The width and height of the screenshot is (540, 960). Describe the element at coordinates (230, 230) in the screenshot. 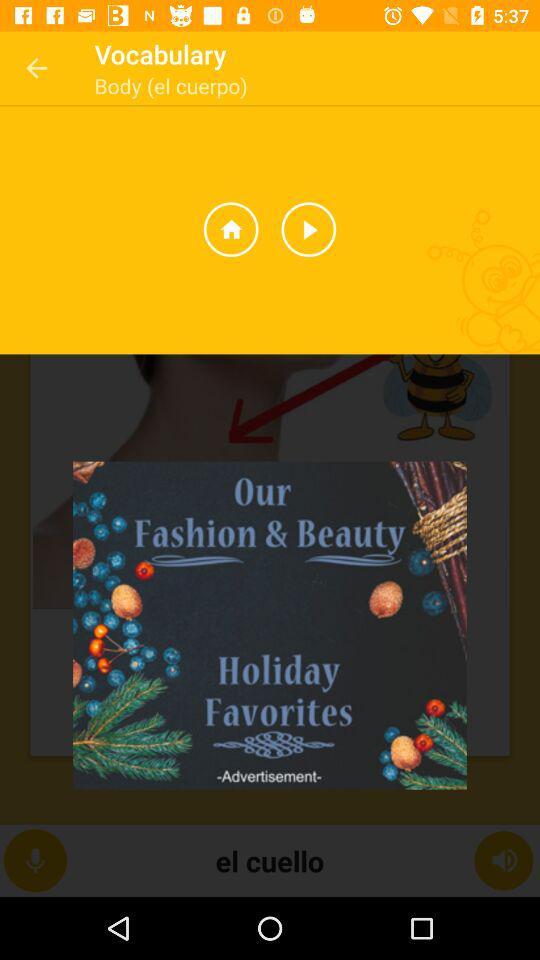

I see `home icon` at that location.